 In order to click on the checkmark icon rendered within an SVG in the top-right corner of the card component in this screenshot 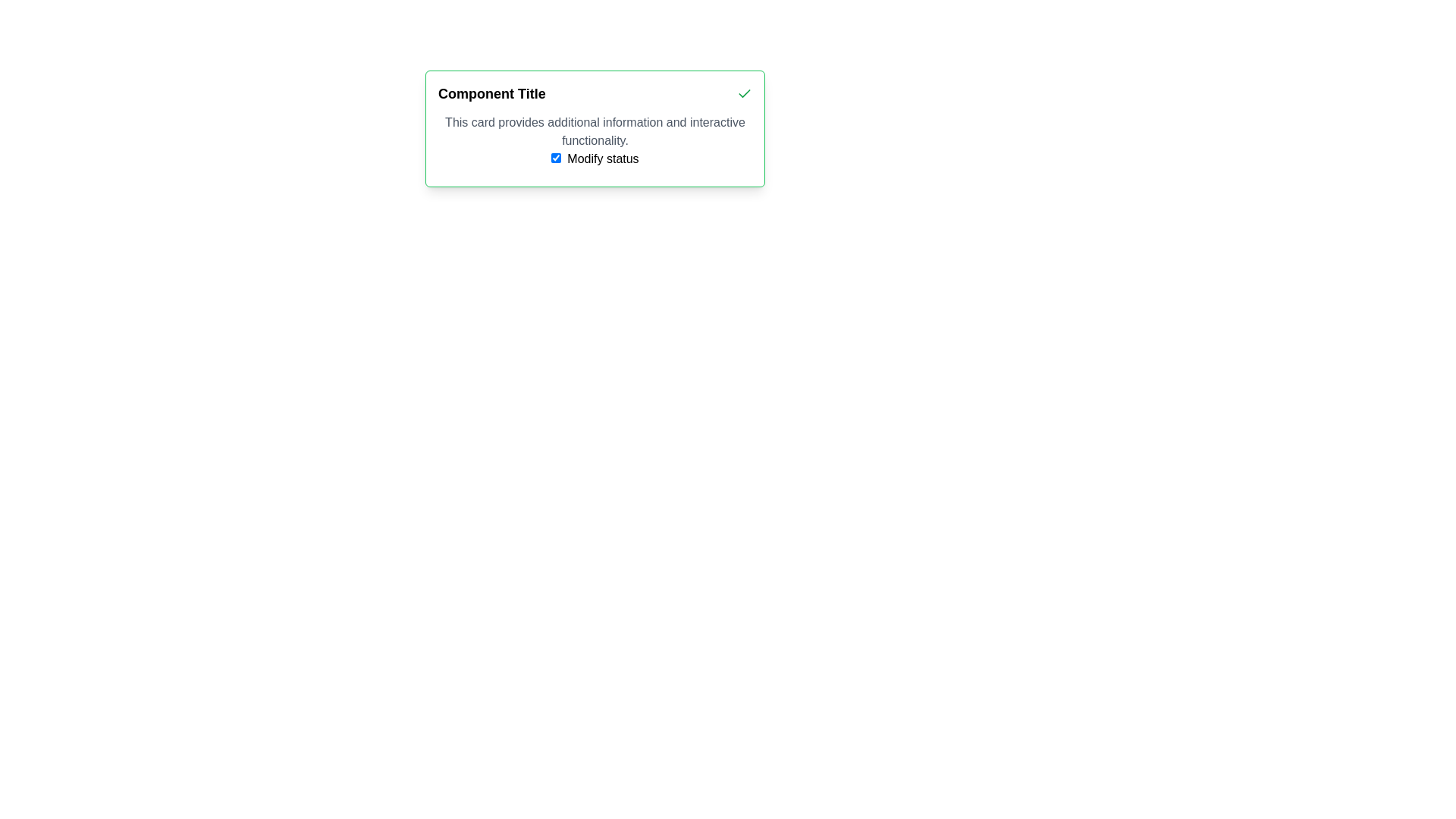, I will do `click(745, 93)`.